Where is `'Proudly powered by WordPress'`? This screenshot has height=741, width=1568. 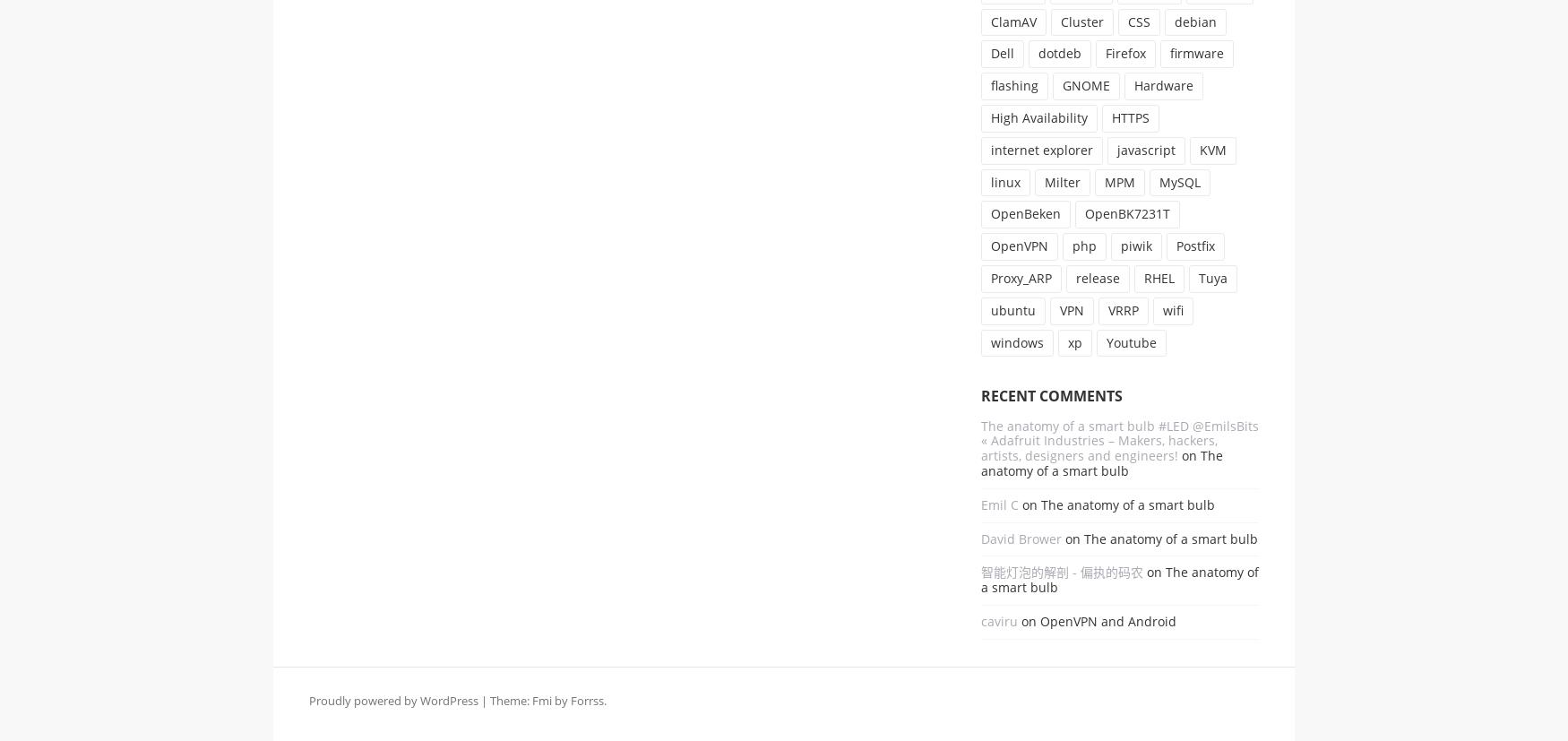
'Proudly powered by WordPress' is located at coordinates (393, 700).